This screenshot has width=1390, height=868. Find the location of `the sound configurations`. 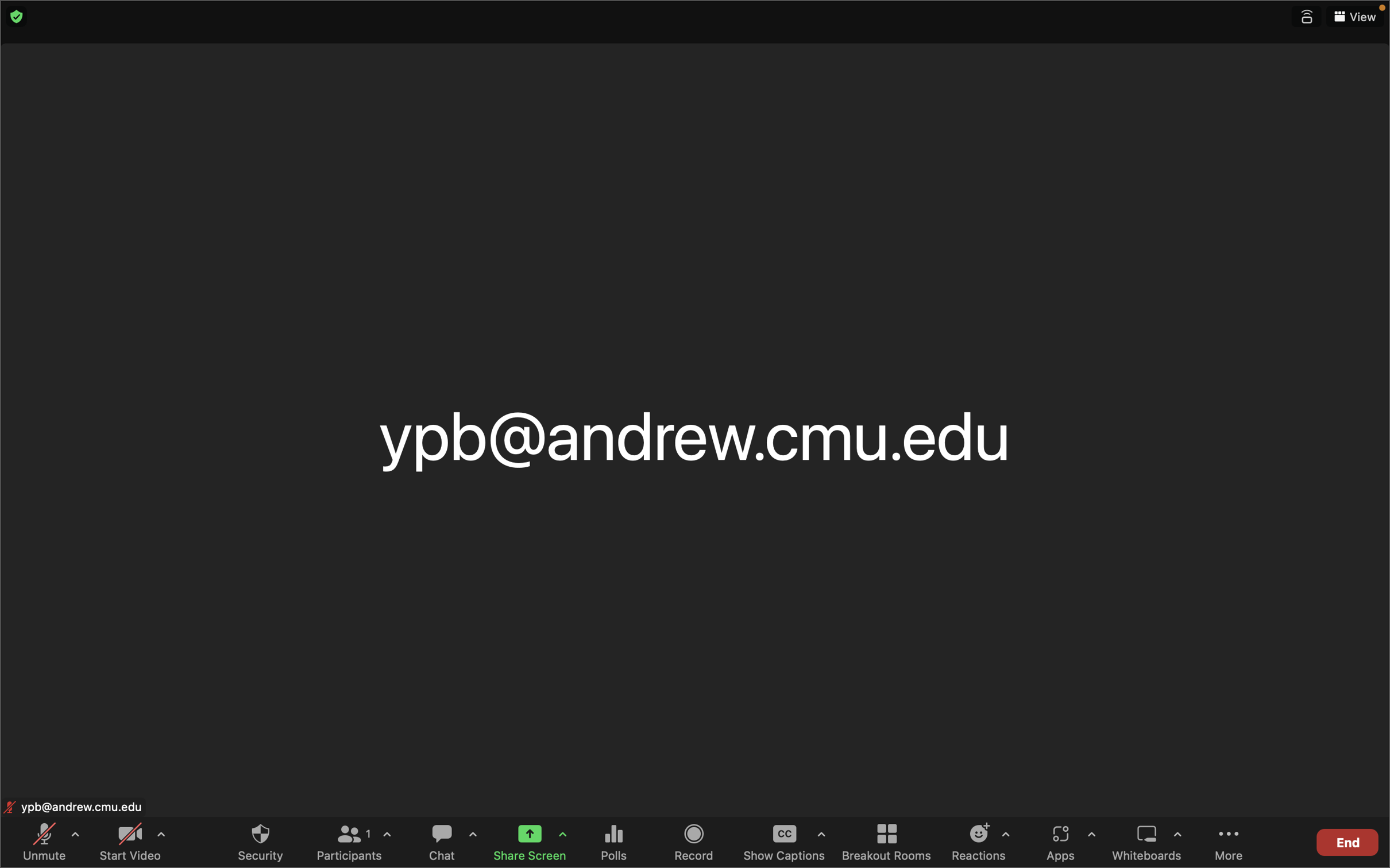

the sound configurations is located at coordinates (75, 839).